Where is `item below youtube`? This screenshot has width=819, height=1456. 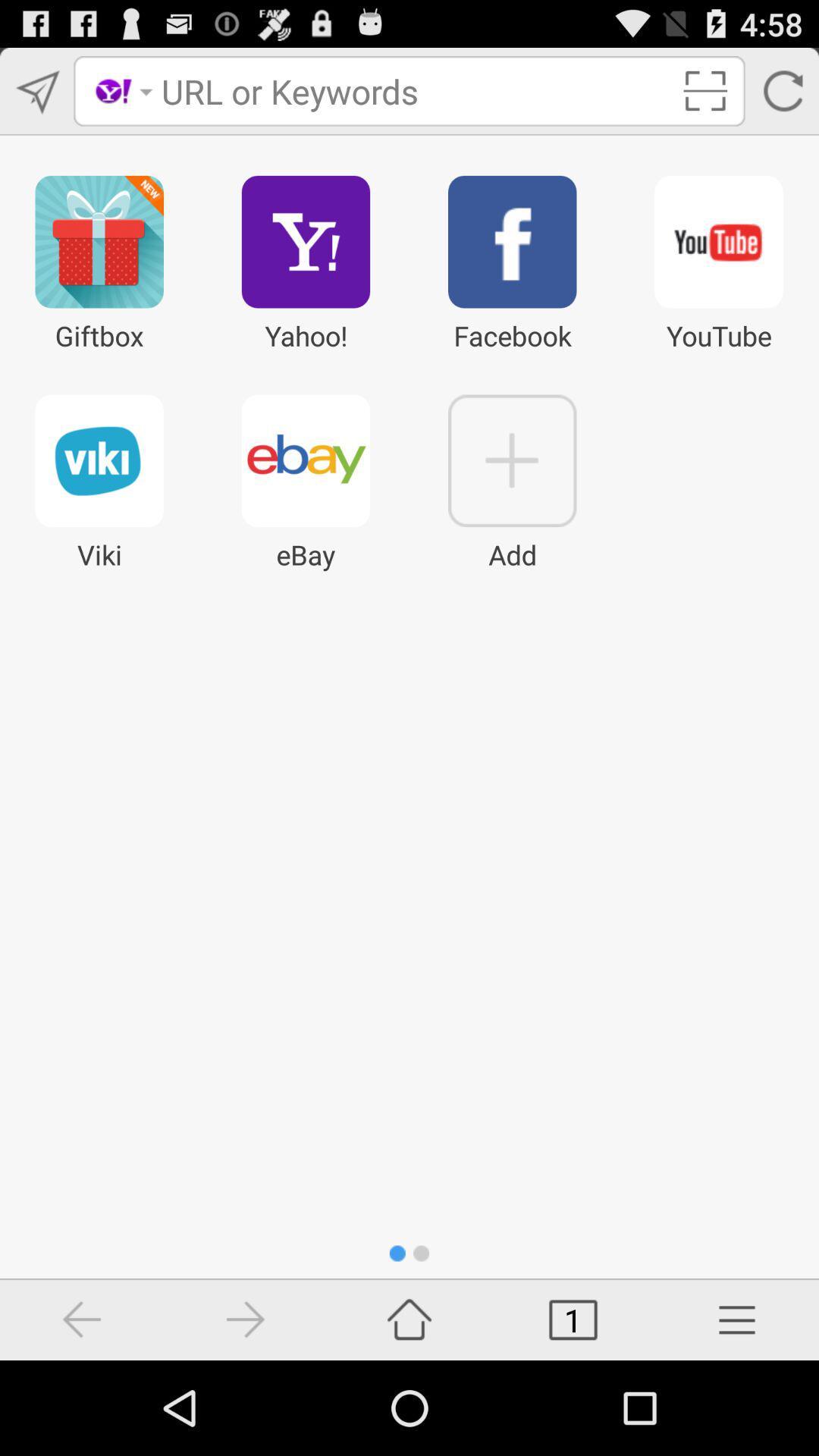
item below youtube is located at coordinates (736, 1319).